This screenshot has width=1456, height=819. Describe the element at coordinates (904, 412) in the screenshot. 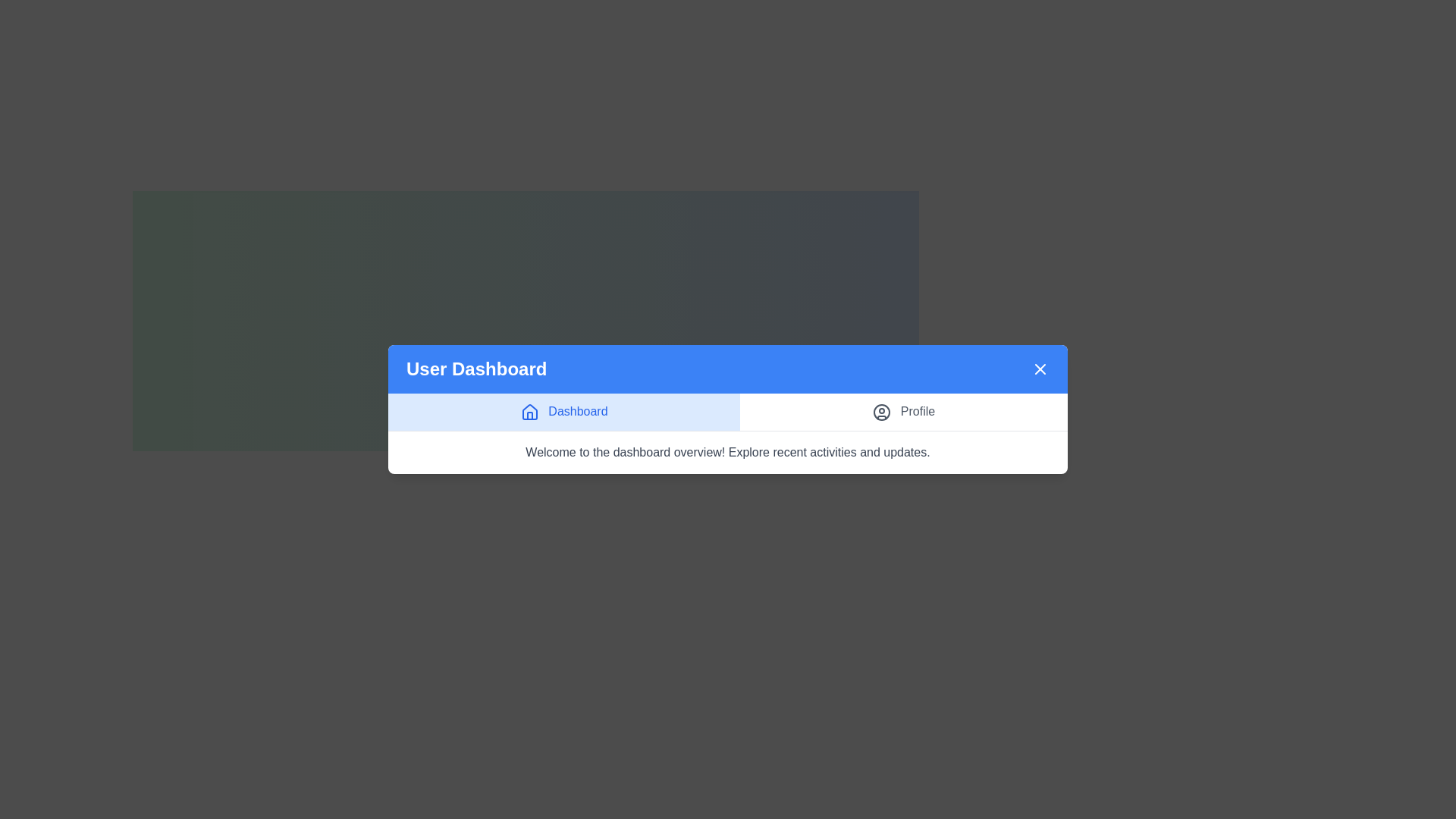

I see `the 'Profile' button, which is styled with centered text and a gray color, located in the navigation section next to the 'Dashboard' button` at that location.